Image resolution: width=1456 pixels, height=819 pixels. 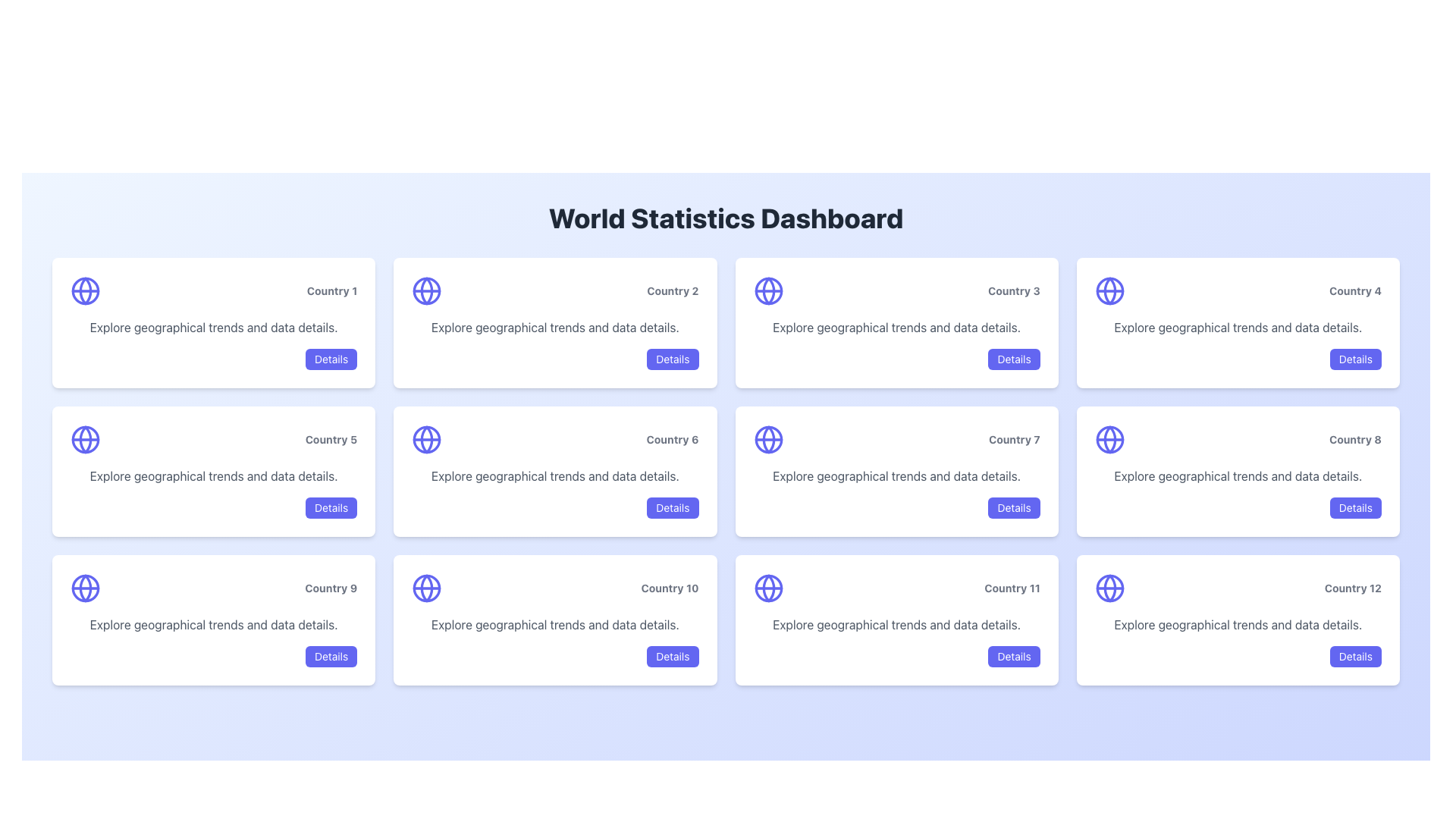 What do you see at coordinates (896, 322) in the screenshot?
I see `the card element that has a white background with rounded corners, features a blue globe icon on the left, displays 'Country 3' in bold gray text at the top right, includes a description below, and has a blue button labeled 'Details' at the bottom right` at bounding box center [896, 322].